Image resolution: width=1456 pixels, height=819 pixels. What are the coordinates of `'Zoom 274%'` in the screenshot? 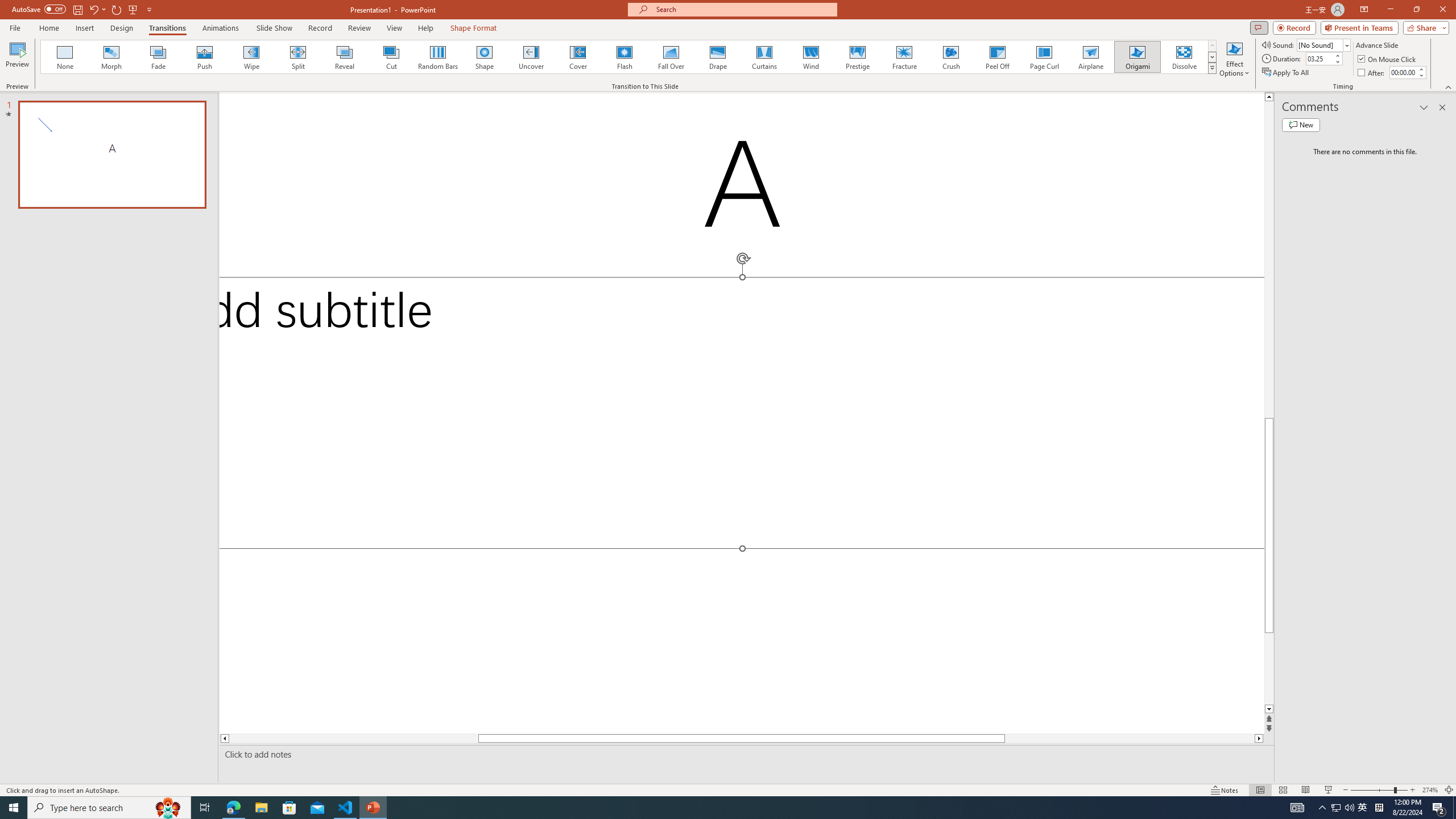 It's located at (1430, 790).